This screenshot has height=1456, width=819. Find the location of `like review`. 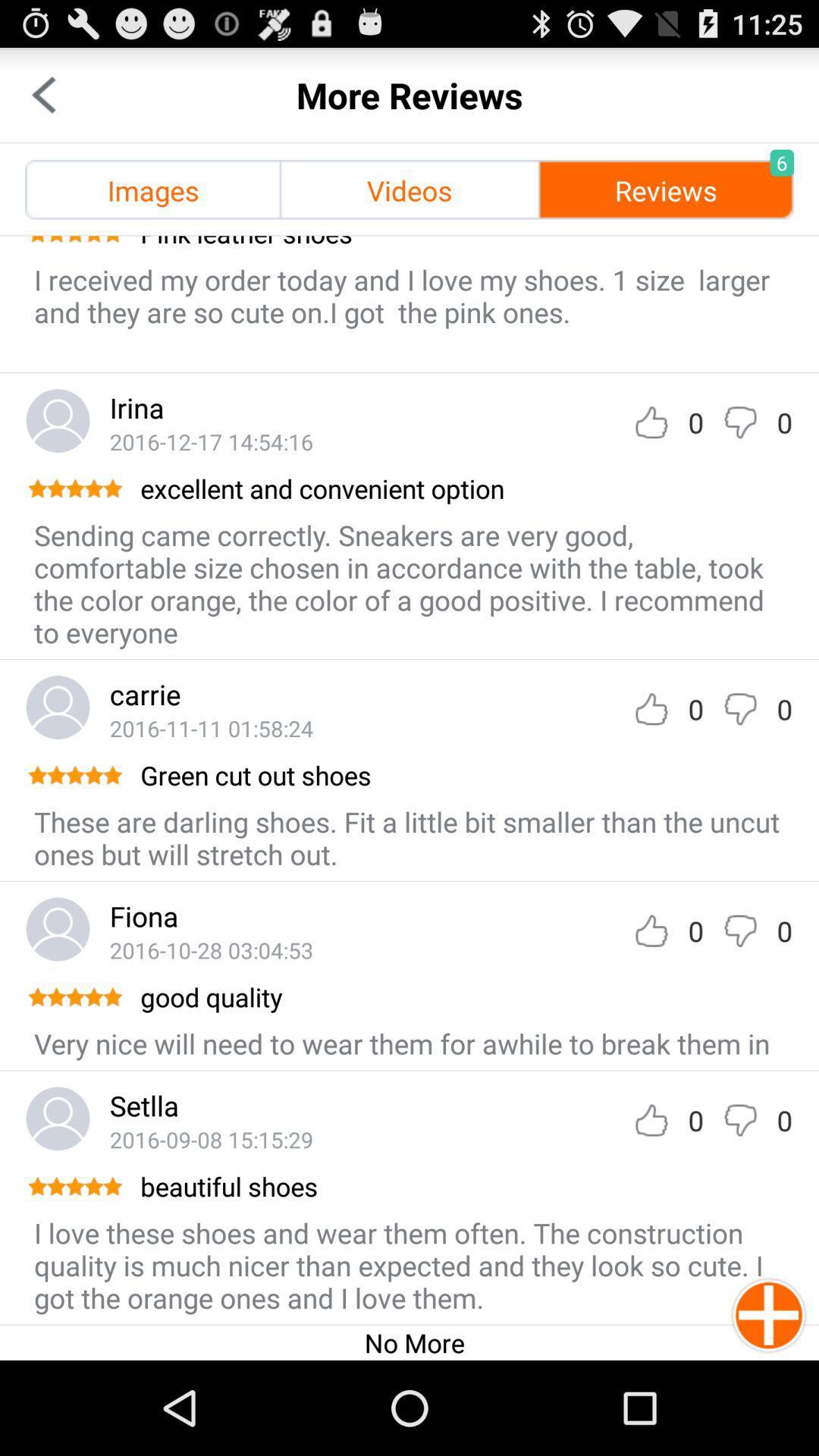

like review is located at coordinates (651, 422).